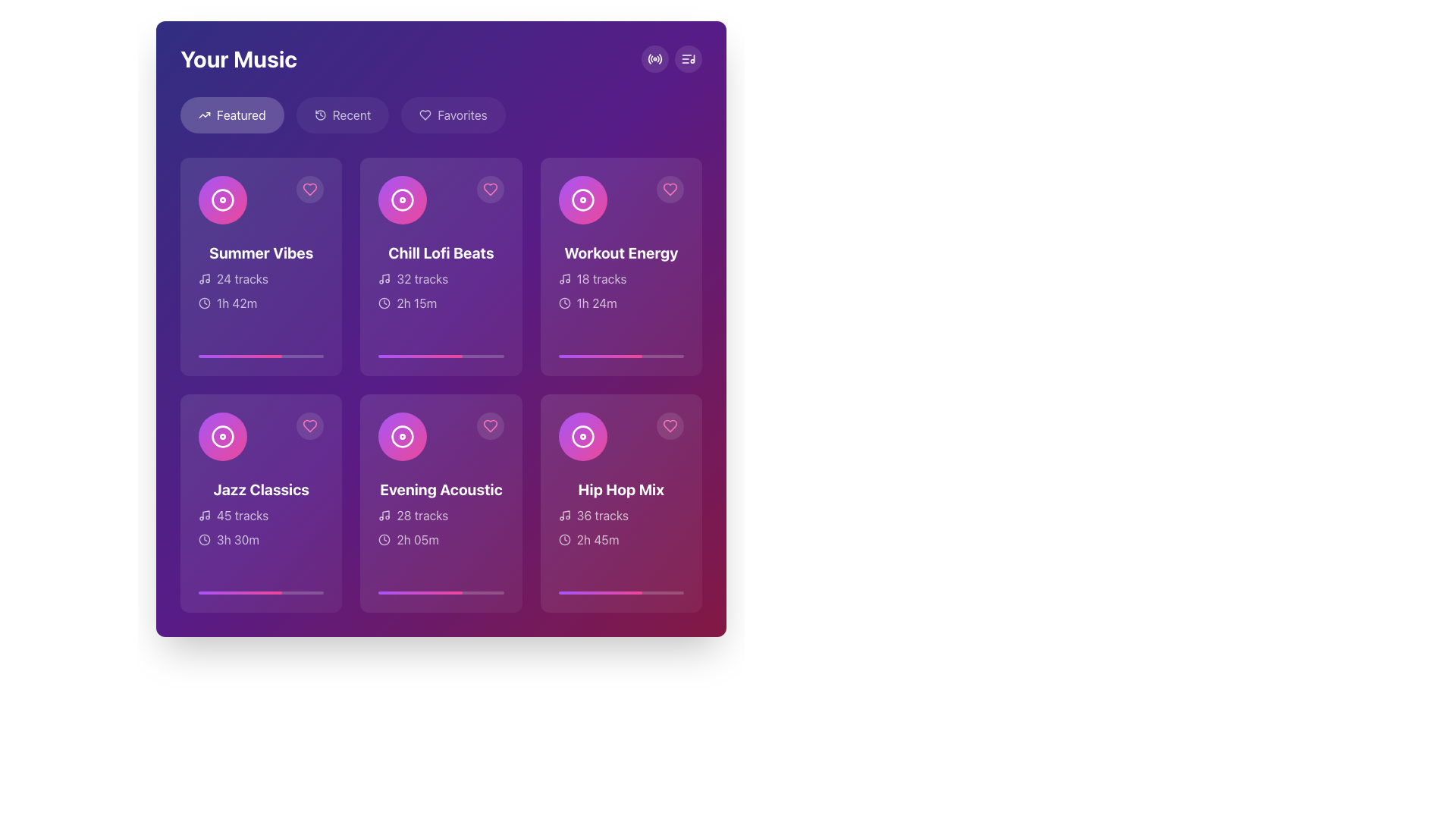  What do you see at coordinates (425, 114) in the screenshot?
I see `the heart-shaped outline icon representing 'like' or 'favorite' actions, located to the left of the 'Favorites' text in the music browsing interface` at bounding box center [425, 114].